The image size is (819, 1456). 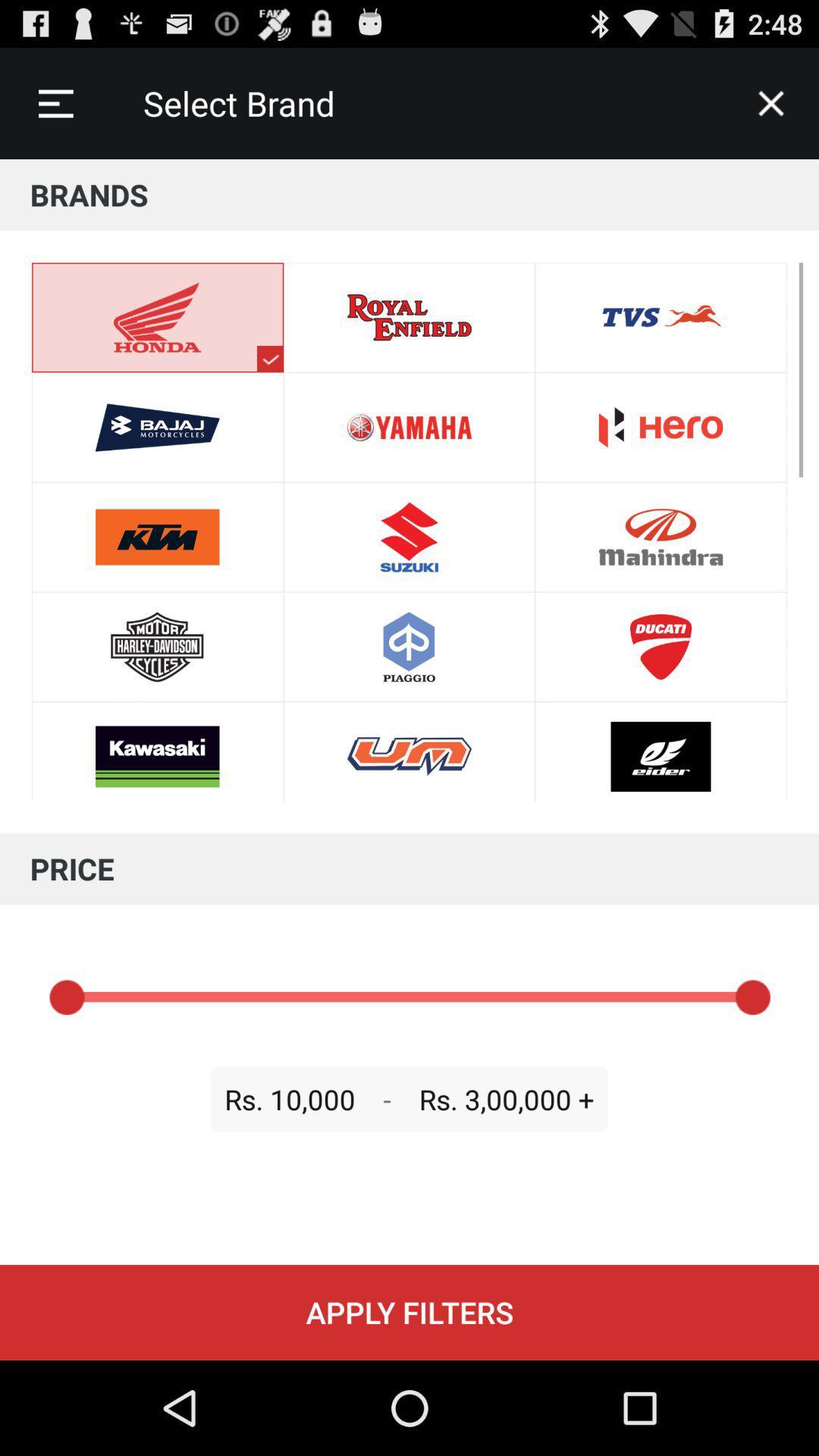 I want to click on the icon to the right of the select brand icon, so click(x=771, y=102).